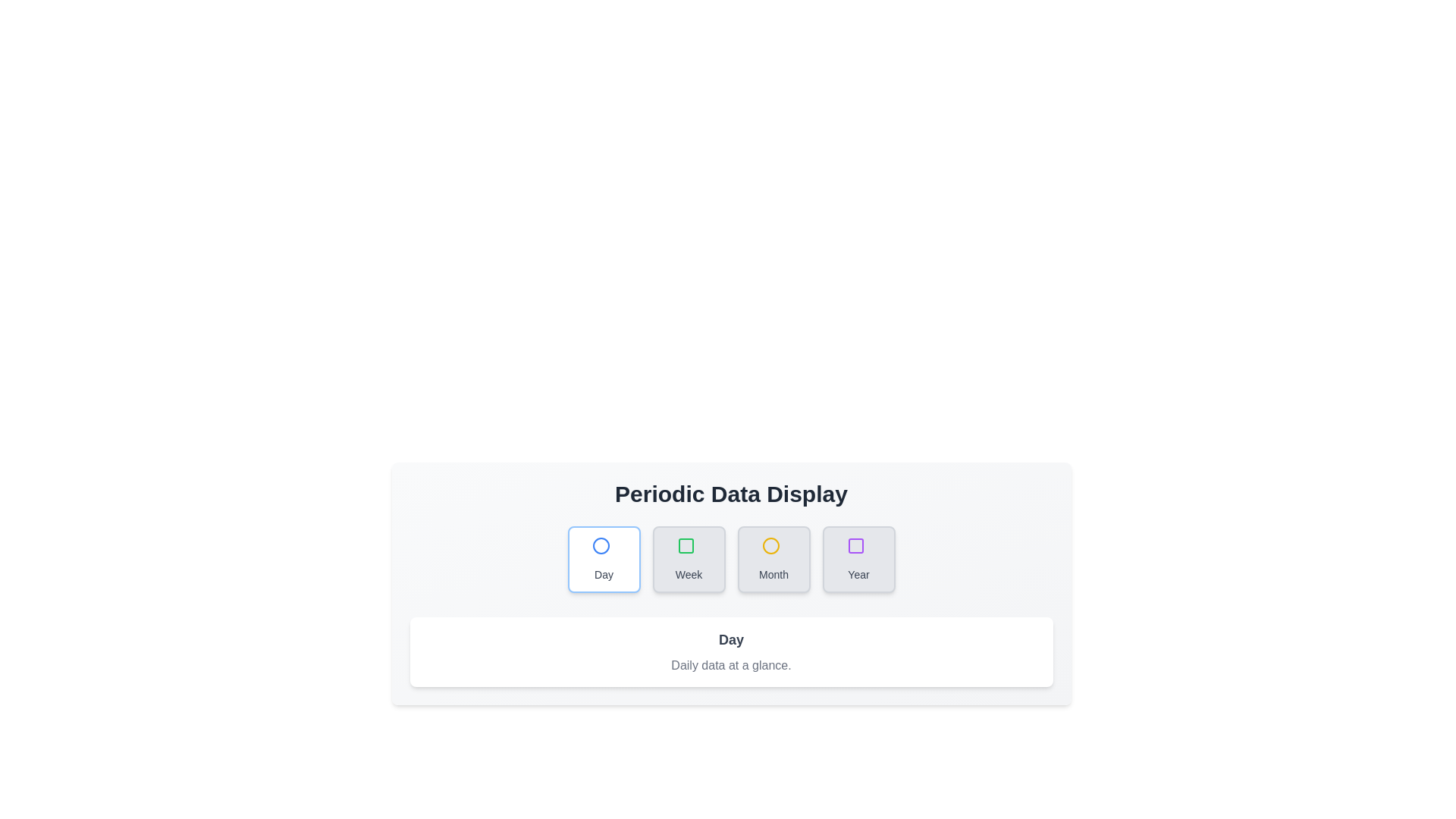  Describe the element at coordinates (773, 559) in the screenshot. I see `the 'Month' view button` at that location.